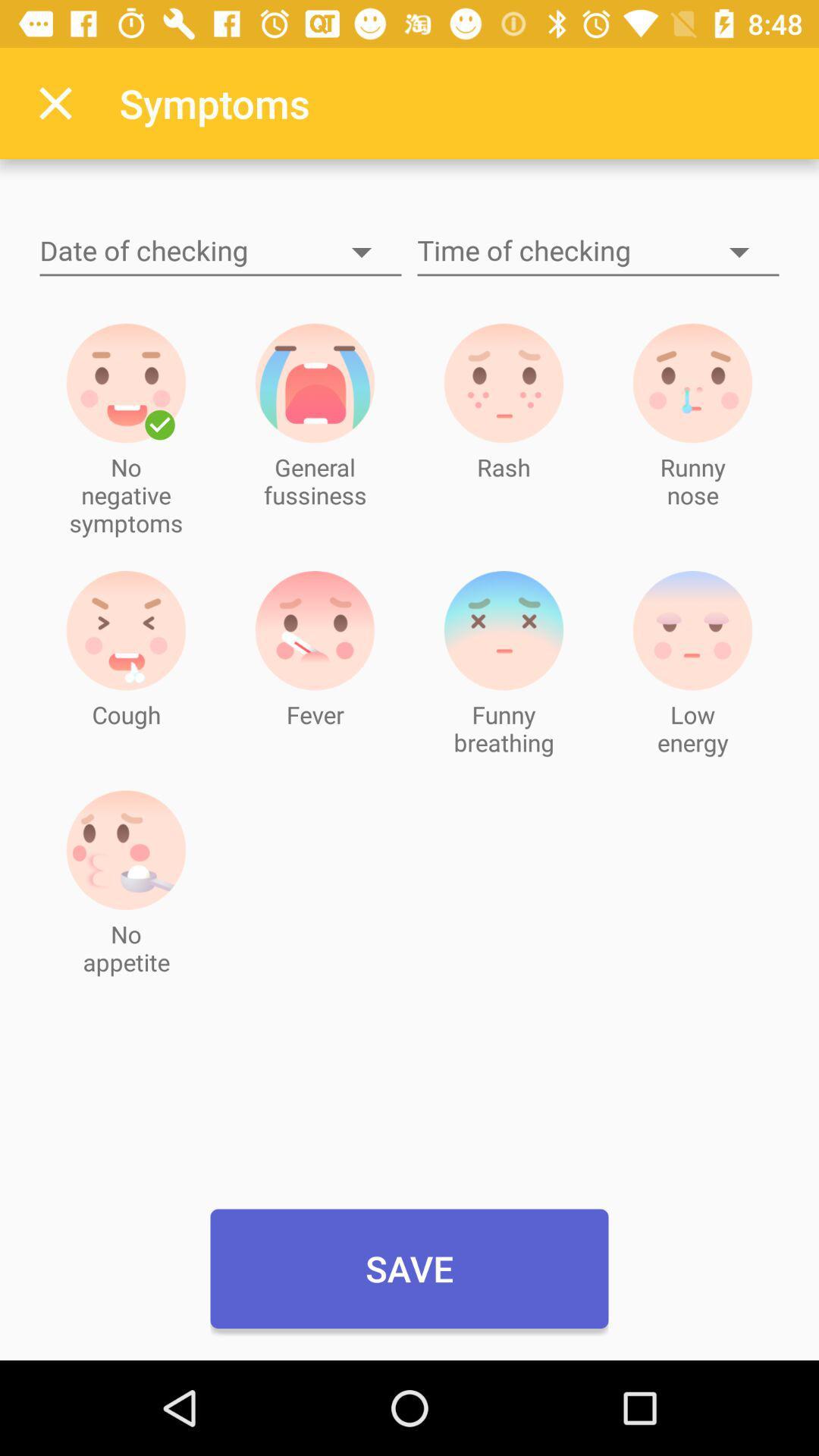  I want to click on date drop down list, so click(220, 252).